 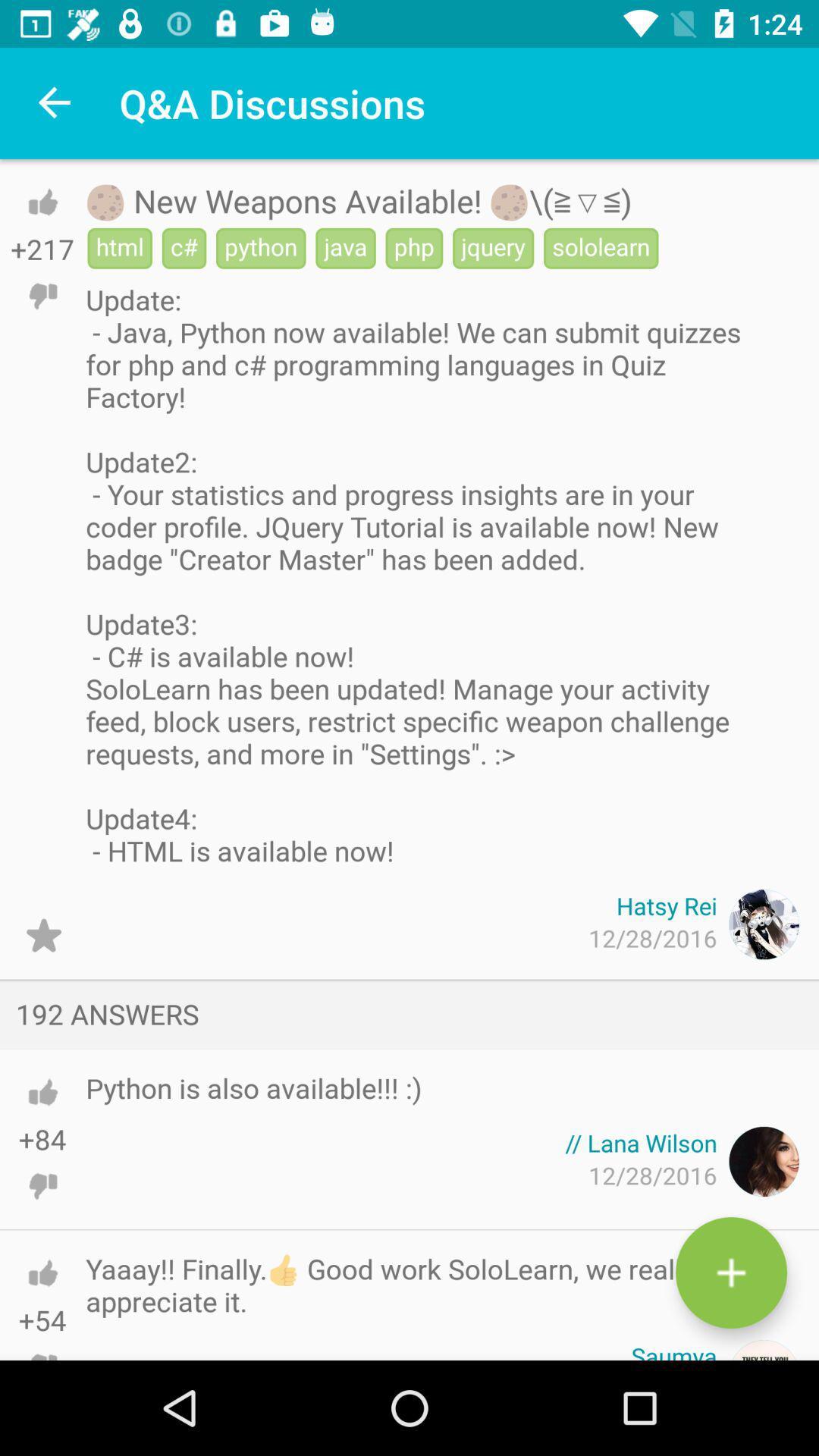 What do you see at coordinates (42, 934) in the screenshot?
I see `the item on the left` at bounding box center [42, 934].